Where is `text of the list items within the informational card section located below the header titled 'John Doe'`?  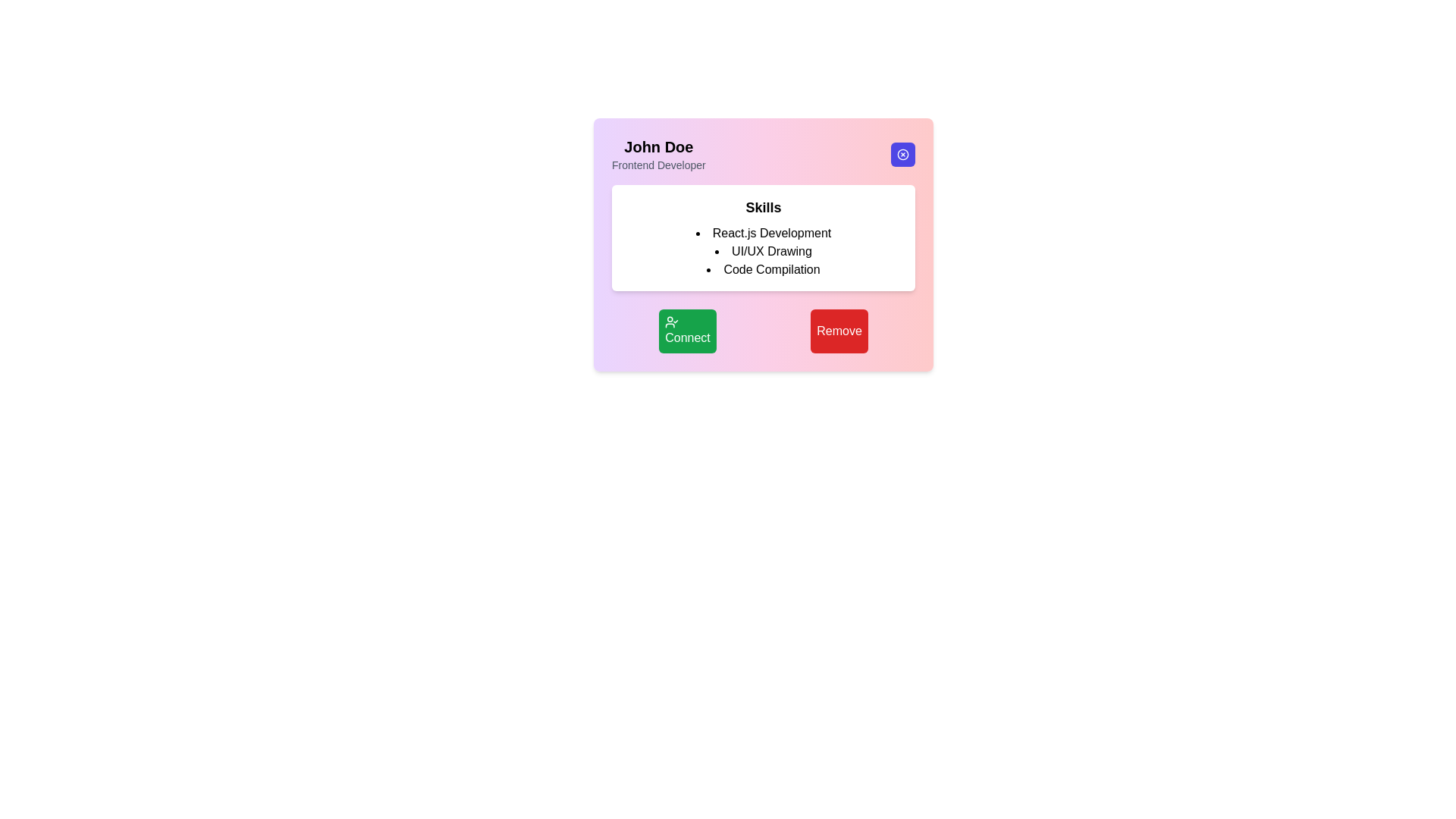 text of the list items within the informational card section located below the header titled 'John Doe' is located at coordinates (764, 237).